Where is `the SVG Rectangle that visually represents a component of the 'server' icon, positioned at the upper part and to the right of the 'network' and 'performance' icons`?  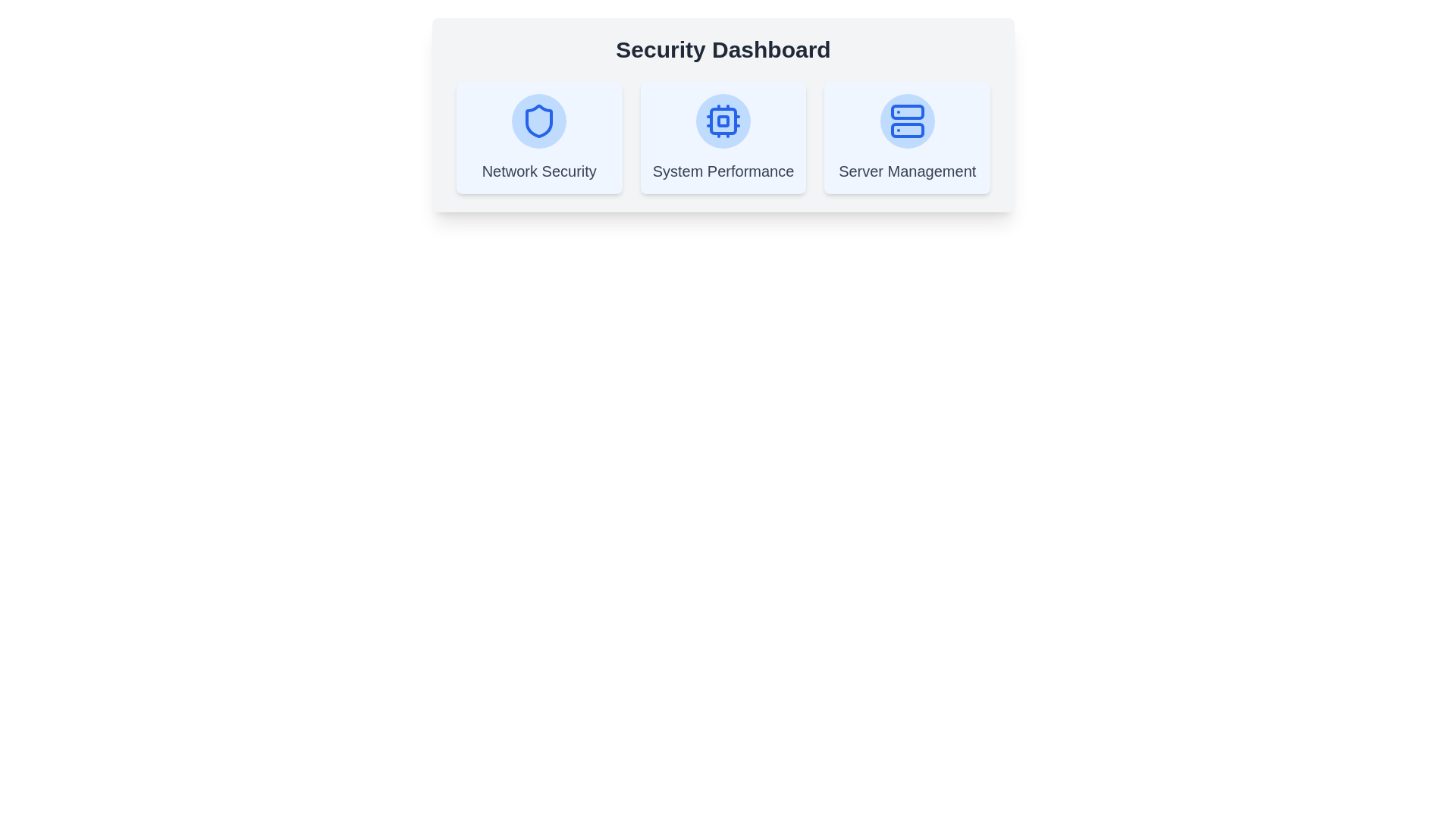
the SVG Rectangle that visually represents a component of the 'server' icon, positioned at the upper part and to the right of the 'network' and 'performance' icons is located at coordinates (907, 111).